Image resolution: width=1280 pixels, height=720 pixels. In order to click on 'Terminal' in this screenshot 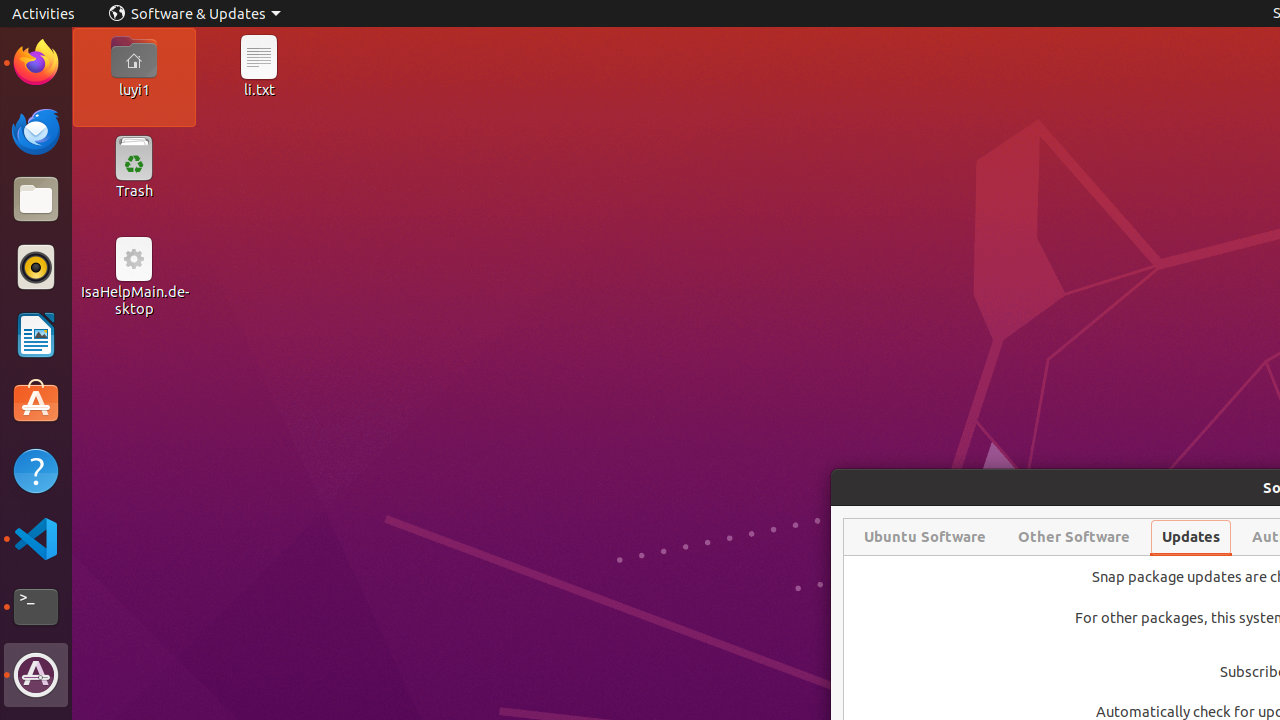, I will do `click(35, 606)`.